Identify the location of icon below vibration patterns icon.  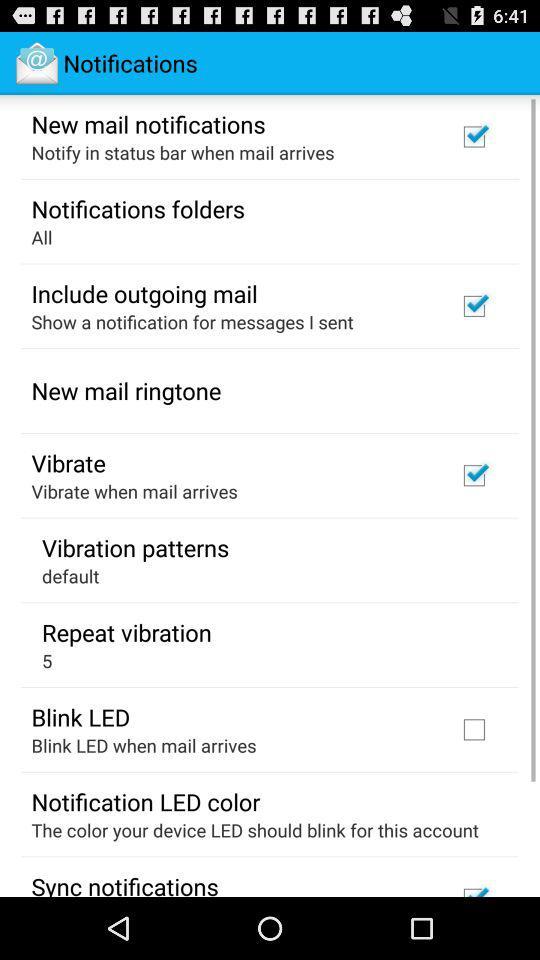
(69, 576).